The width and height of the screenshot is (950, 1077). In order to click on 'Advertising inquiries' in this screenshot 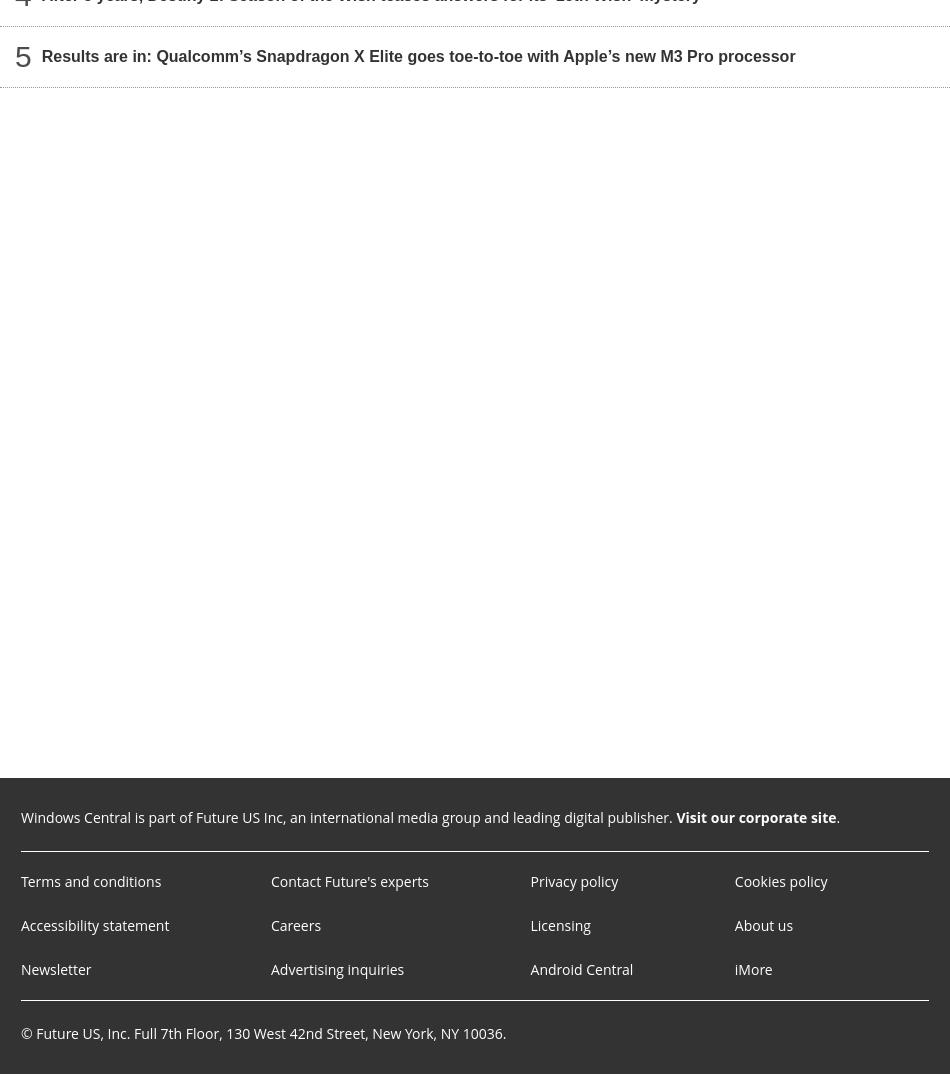, I will do `click(335, 969)`.